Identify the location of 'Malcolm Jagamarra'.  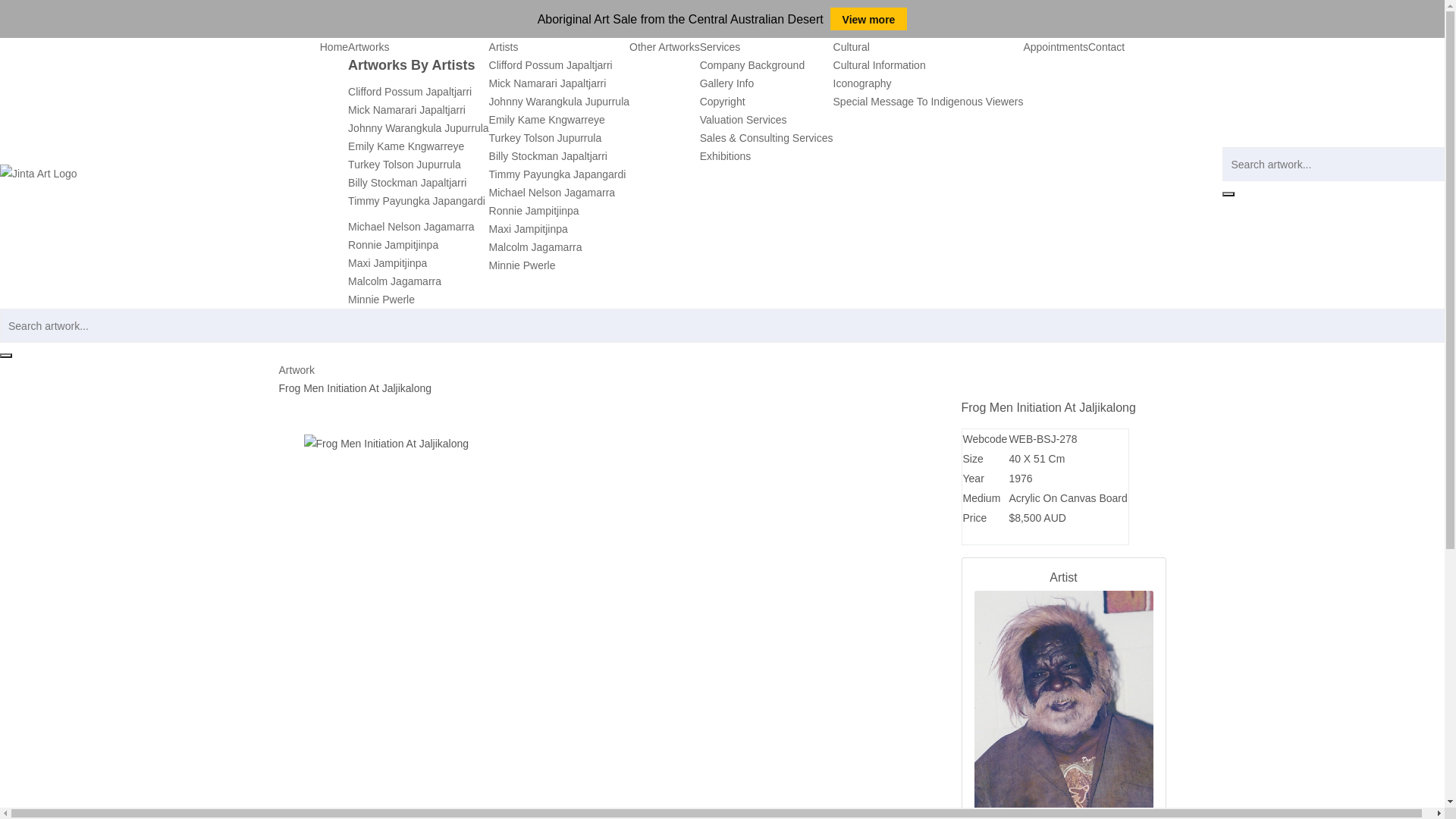
(535, 246).